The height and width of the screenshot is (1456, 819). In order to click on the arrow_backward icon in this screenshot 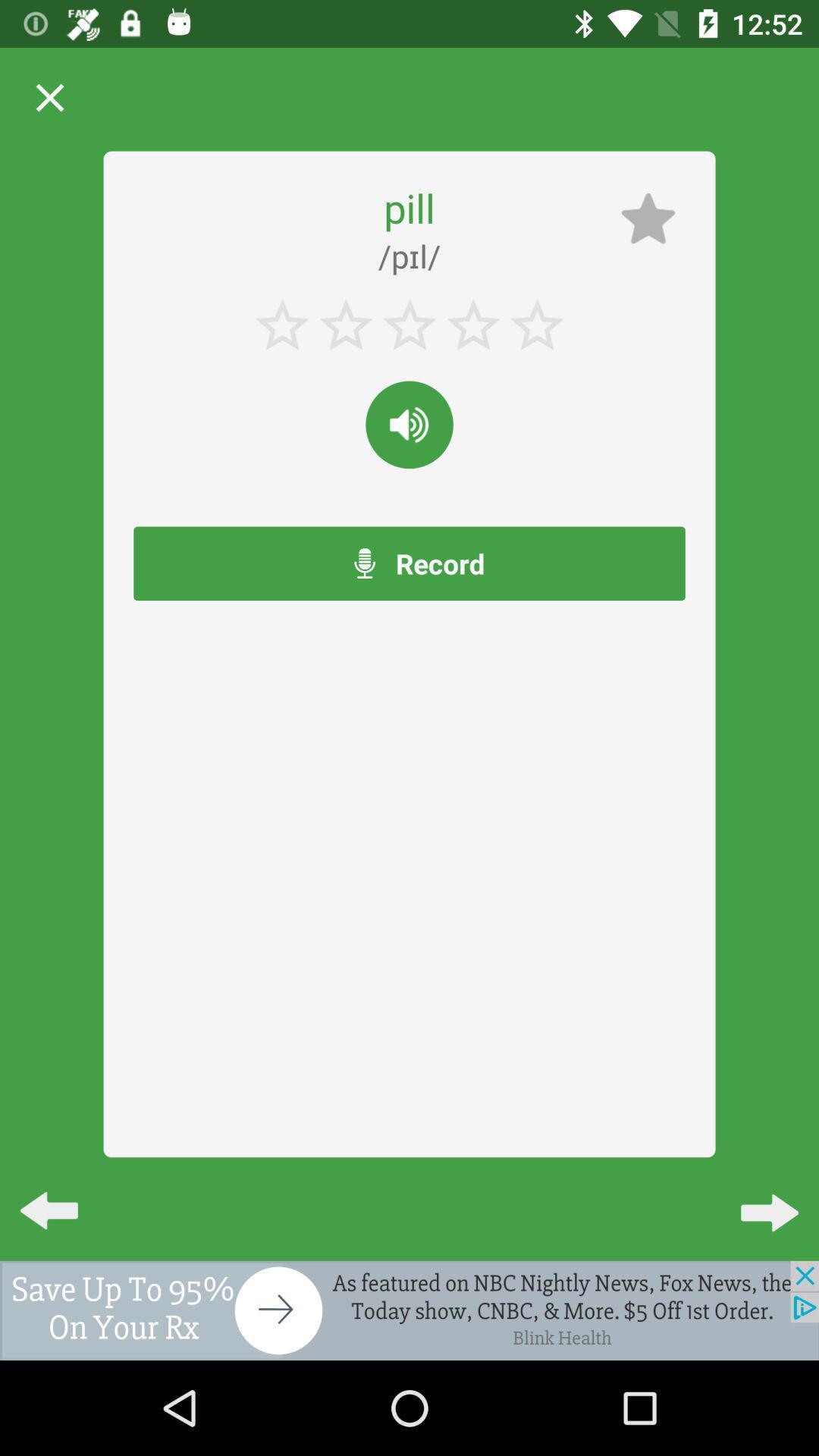, I will do `click(61, 1197)`.